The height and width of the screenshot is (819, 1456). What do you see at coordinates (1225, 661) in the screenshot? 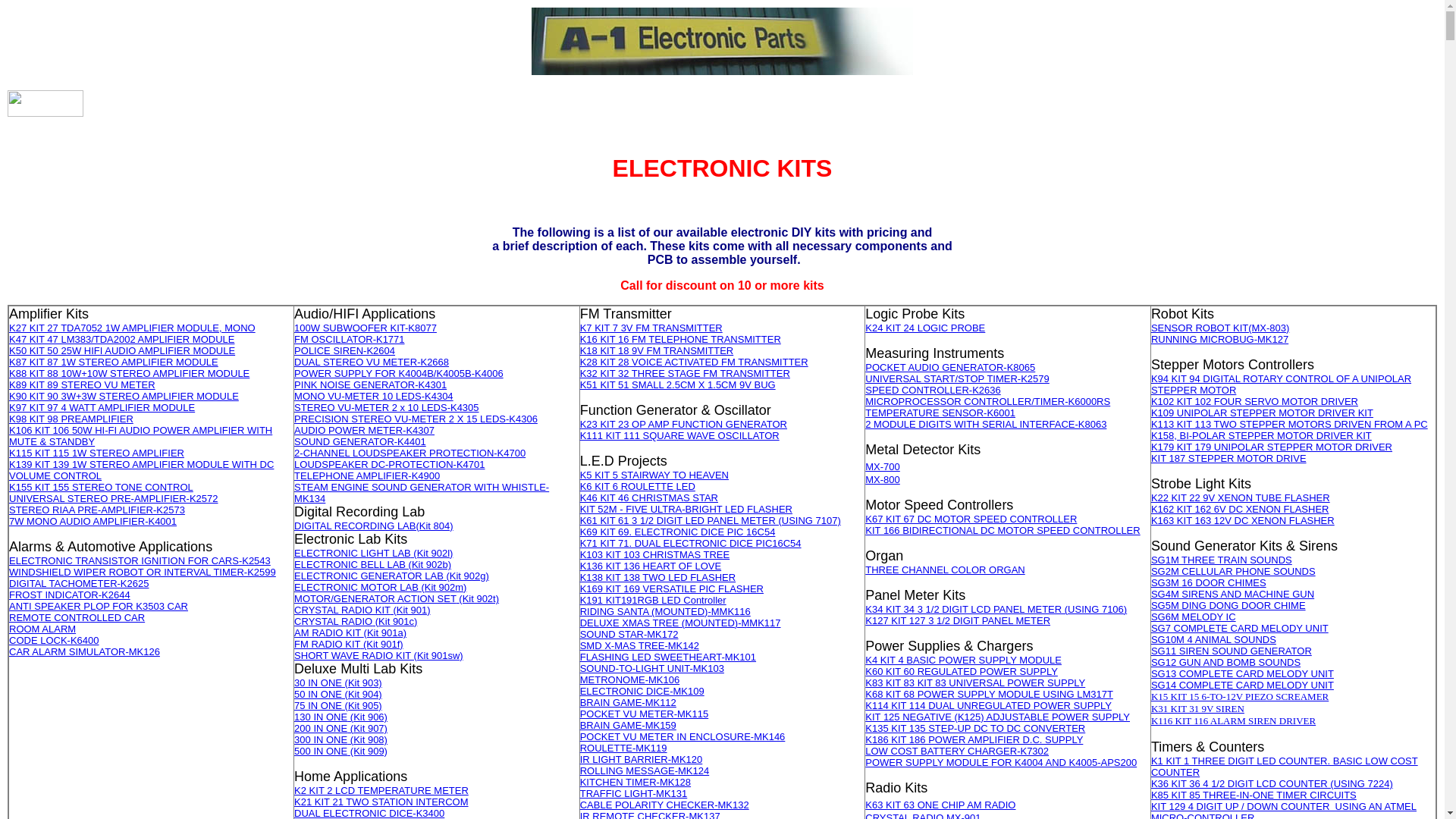
I see `'SG12 GUN AND BOMB SOUNDS'` at bounding box center [1225, 661].